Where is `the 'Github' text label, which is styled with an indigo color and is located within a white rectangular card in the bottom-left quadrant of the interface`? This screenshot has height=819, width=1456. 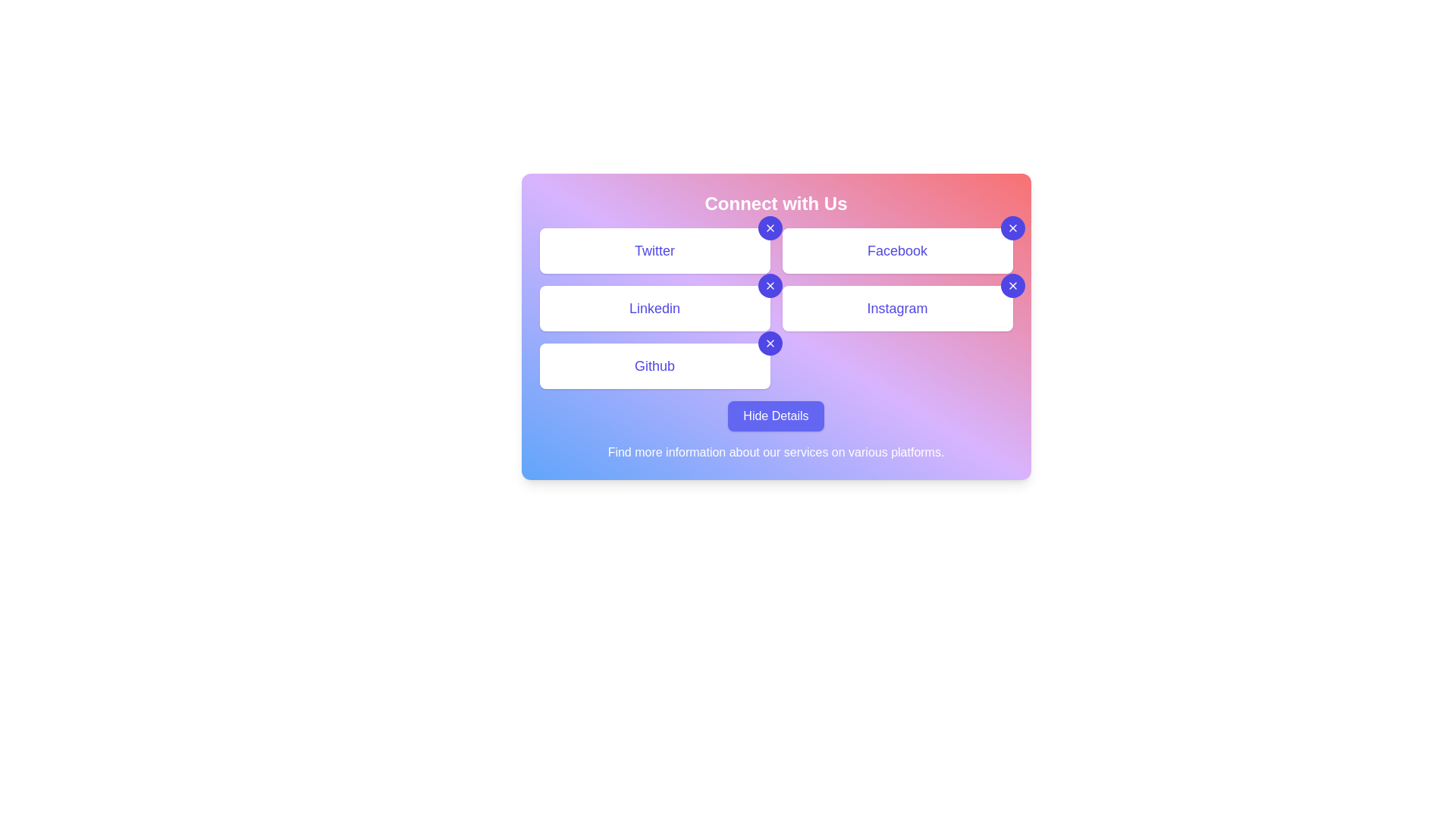 the 'Github' text label, which is styled with an indigo color and is located within a white rectangular card in the bottom-left quadrant of the interface is located at coordinates (654, 366).